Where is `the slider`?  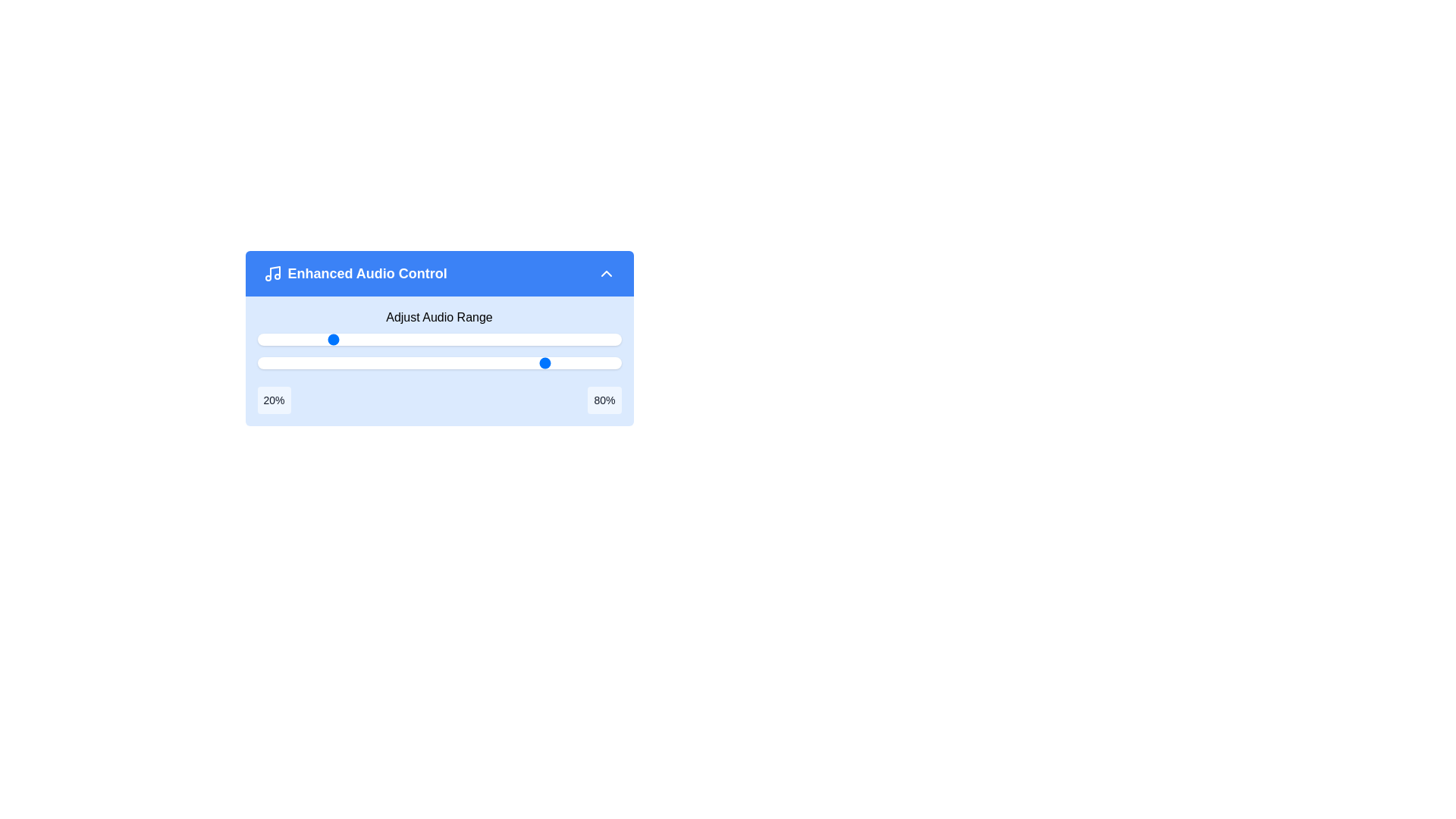
the slider is located at coordinates (467, 362).